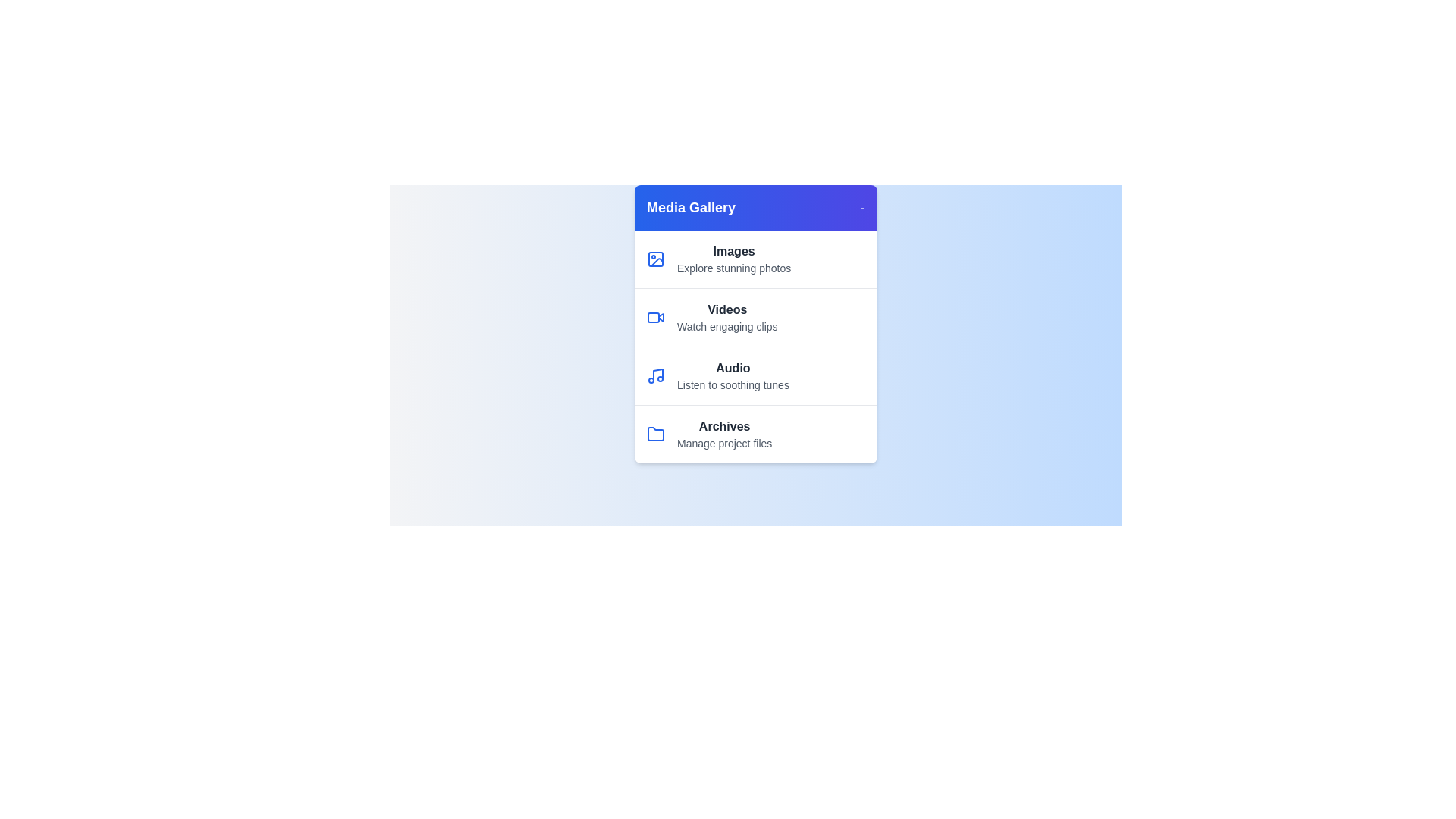 Image resolution: width=1456 pixels, height=819 pixels. I want to click on the media category Videos from the menu, so click(756, 316).